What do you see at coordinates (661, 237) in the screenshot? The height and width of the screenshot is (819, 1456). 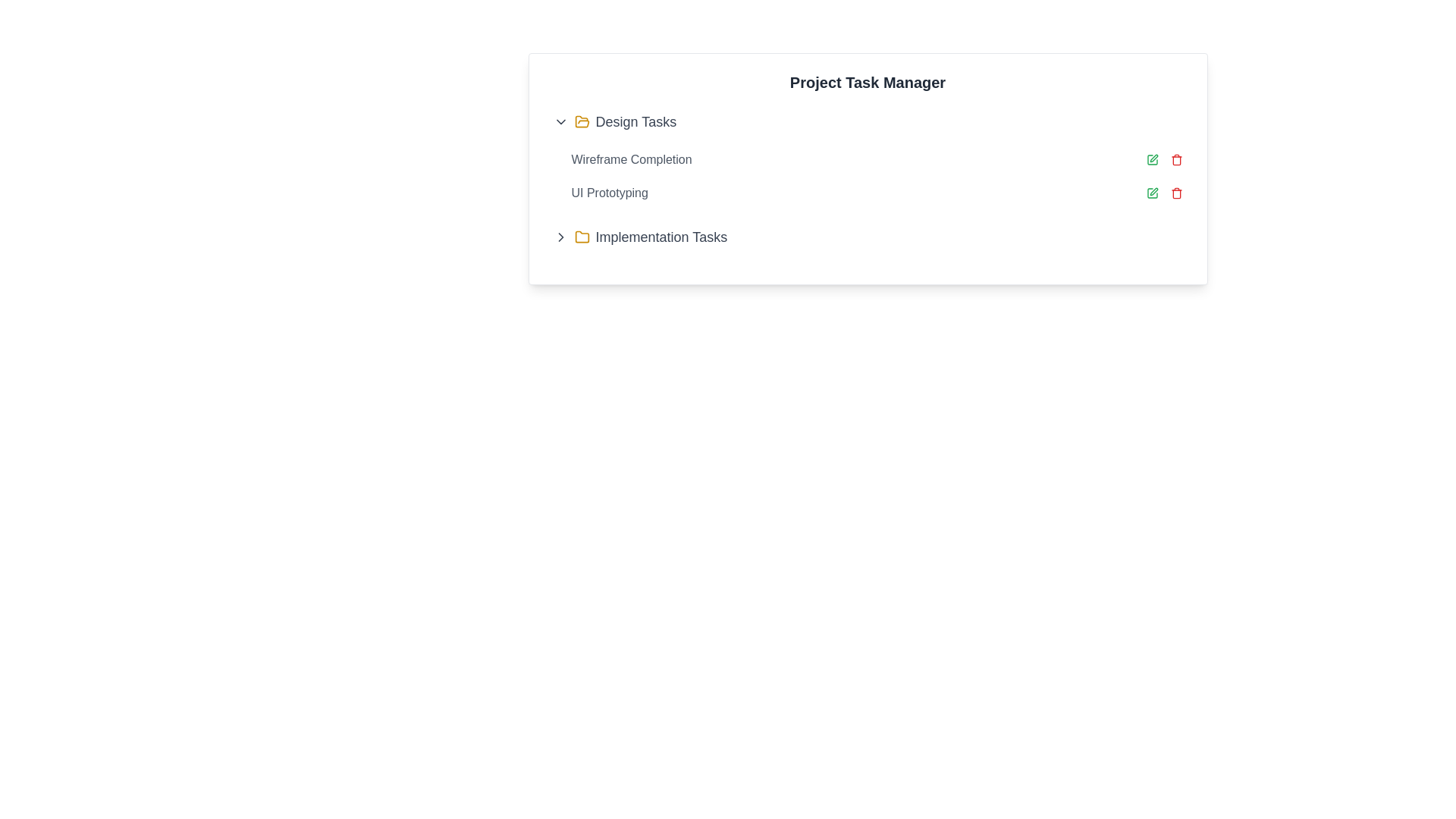 I see `the 'Implementation Tasks' text label, which indicates tasks related to implementation in the task manager` at bounding box center [661, 237].